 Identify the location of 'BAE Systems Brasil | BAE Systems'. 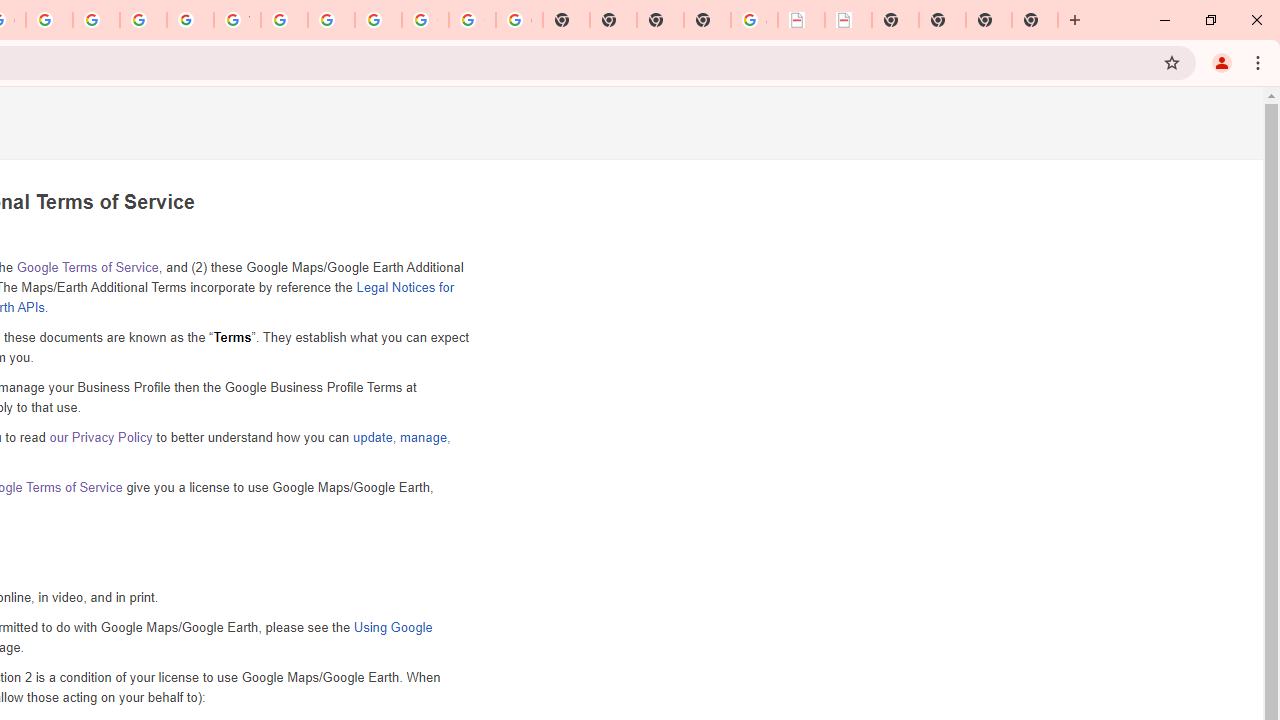
(848, 20).